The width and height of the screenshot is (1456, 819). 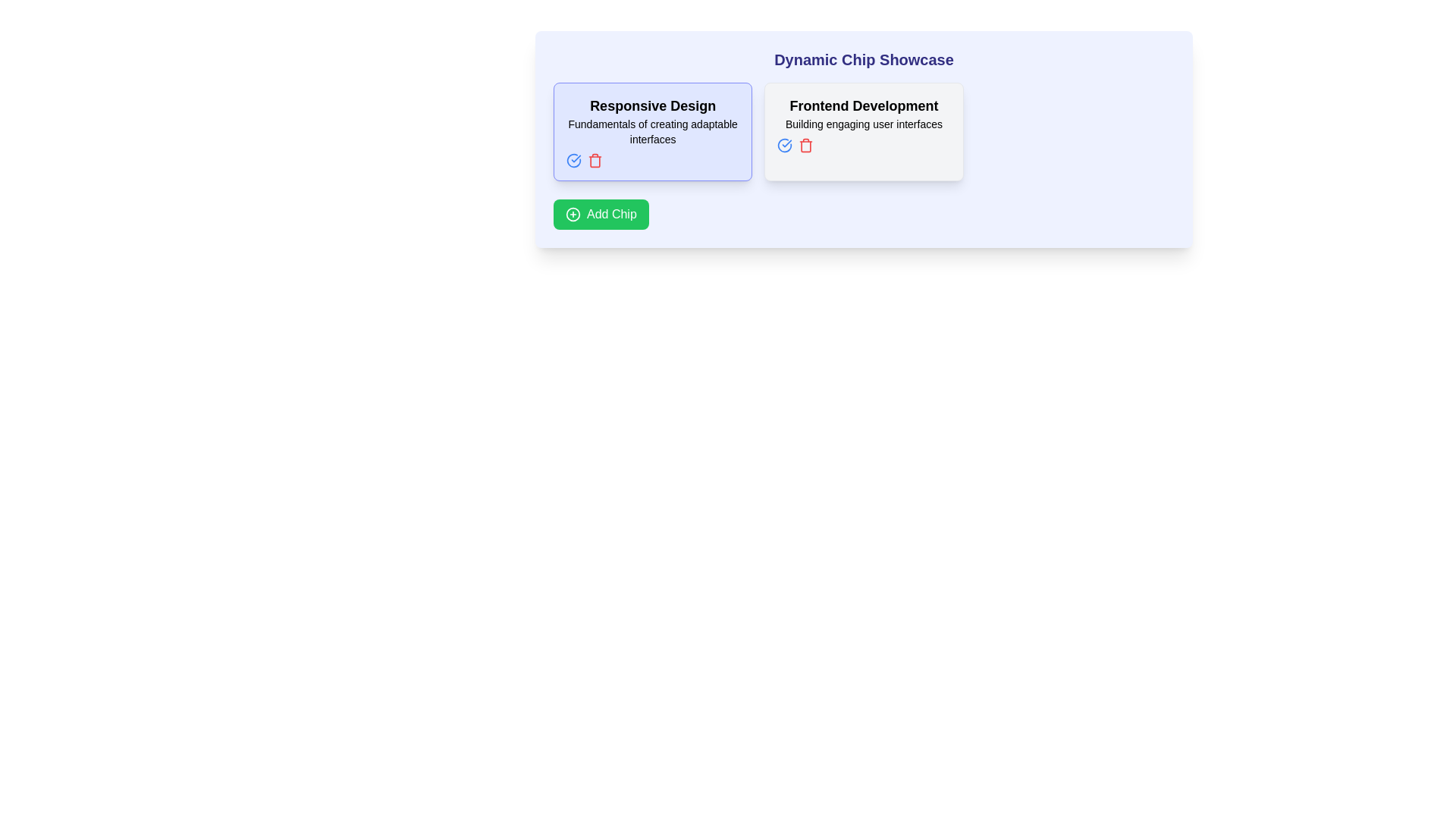 What do you see at coordinates (595, 161) in the screenshot?
I see `the delete icon located to the right of the text 'Responsive Design' within the left chip` at bounding box center [595, 161].